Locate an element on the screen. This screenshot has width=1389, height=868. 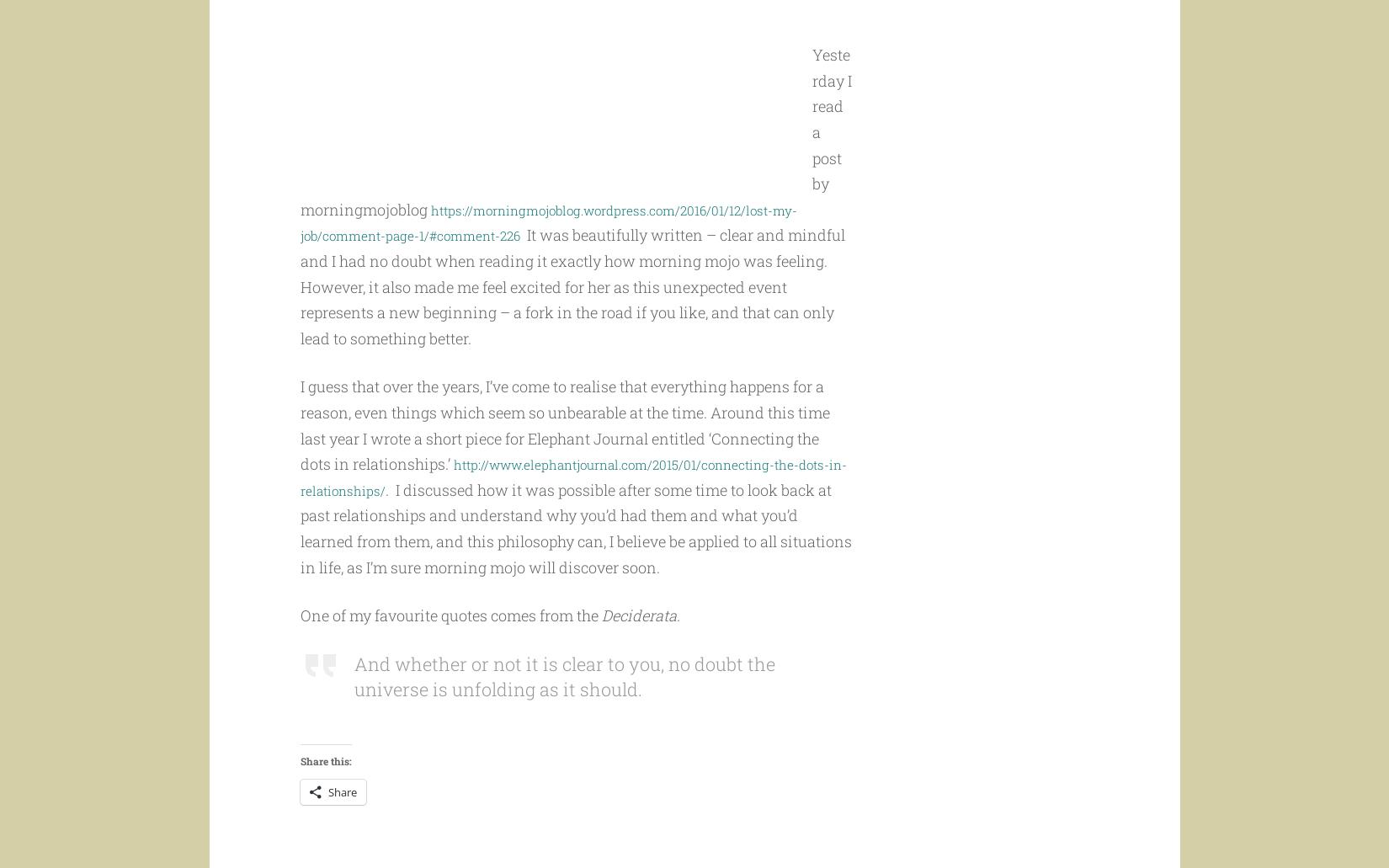
'Yesterday I read a post by morningmojoblog' is located at coordinates (574, 163).